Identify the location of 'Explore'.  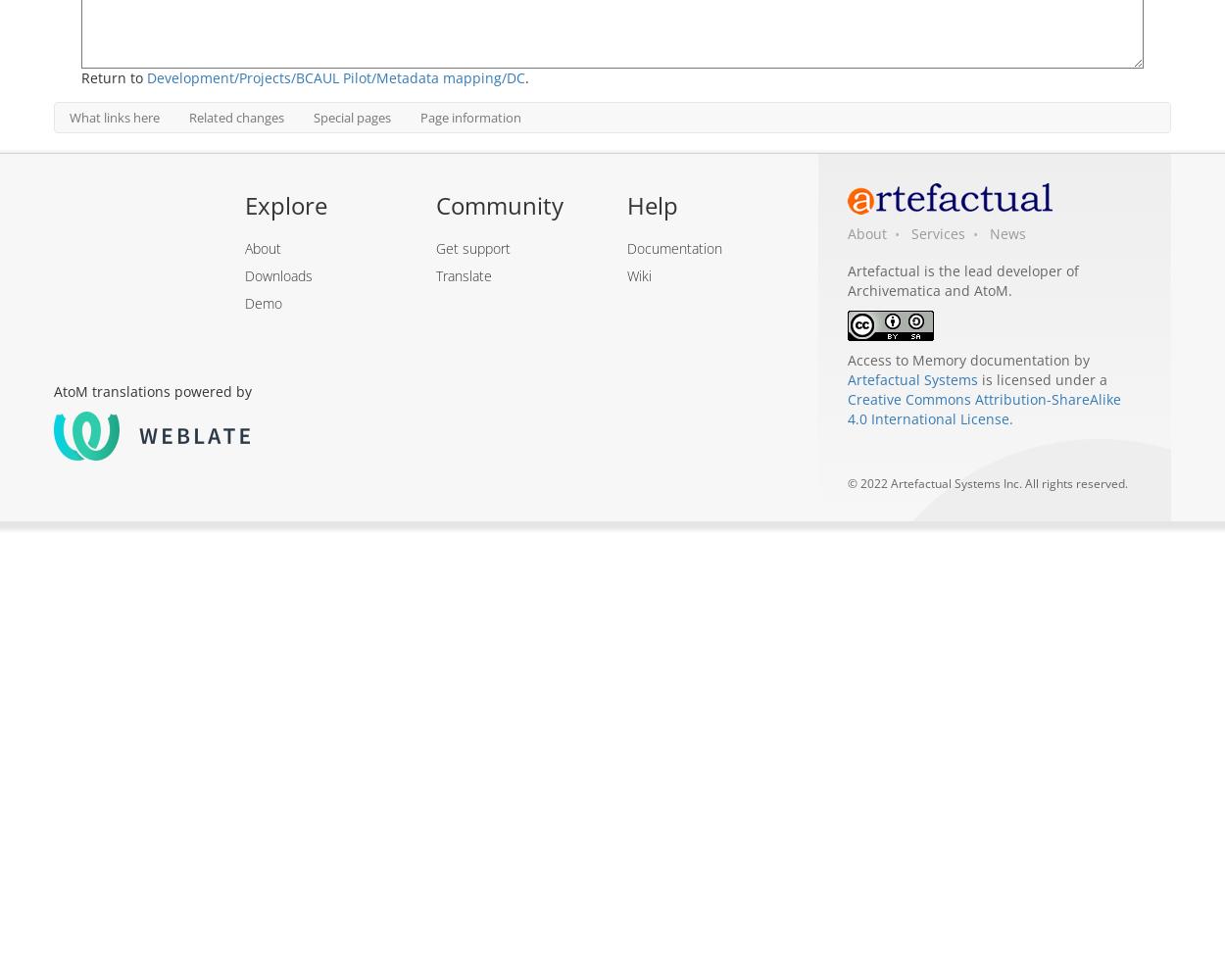
(245, 204).